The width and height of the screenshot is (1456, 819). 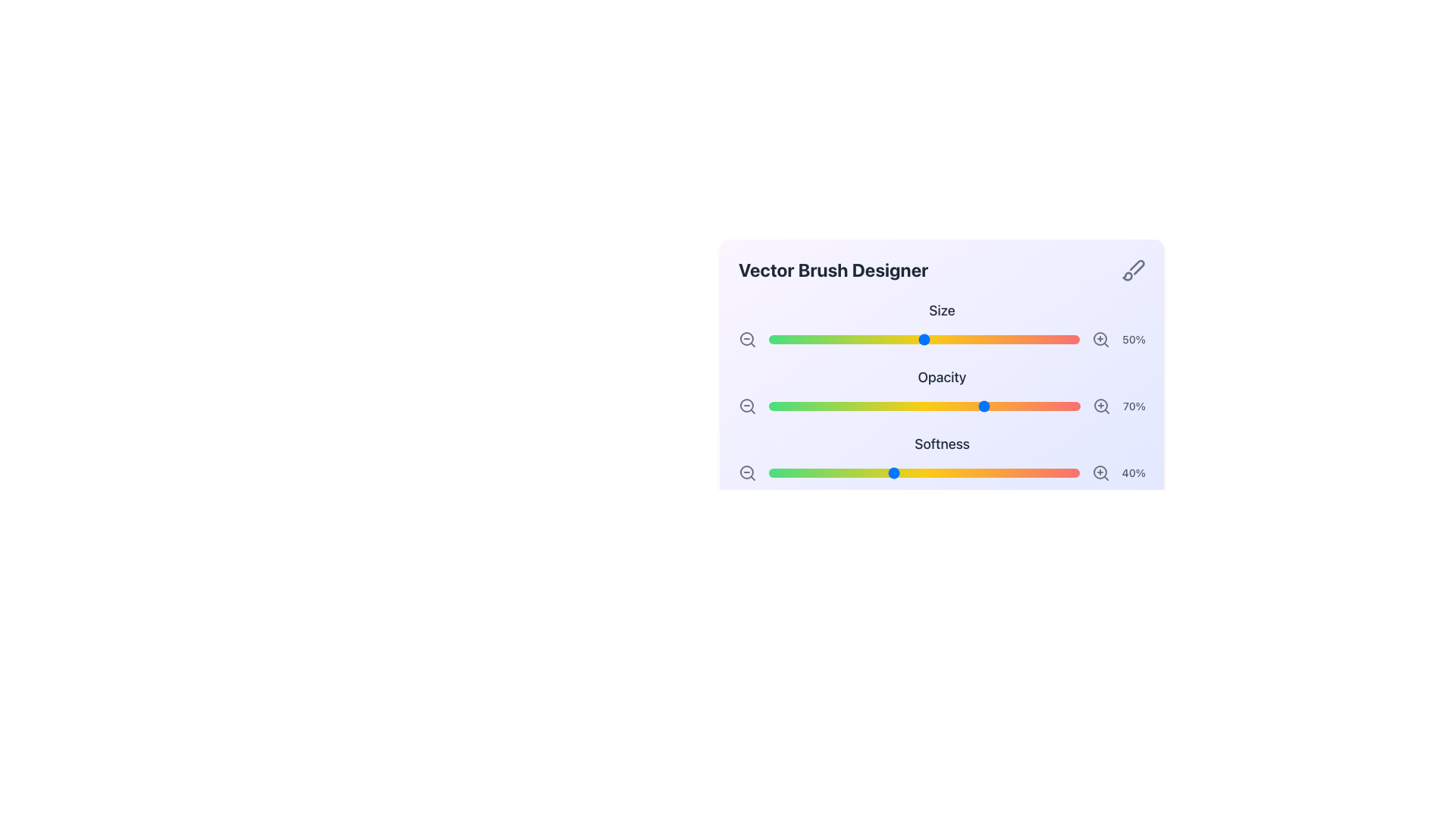 What do you see at coordinates (1030, 338) in the screenshot?
I see `the size` at bounding box center [1030, 338].